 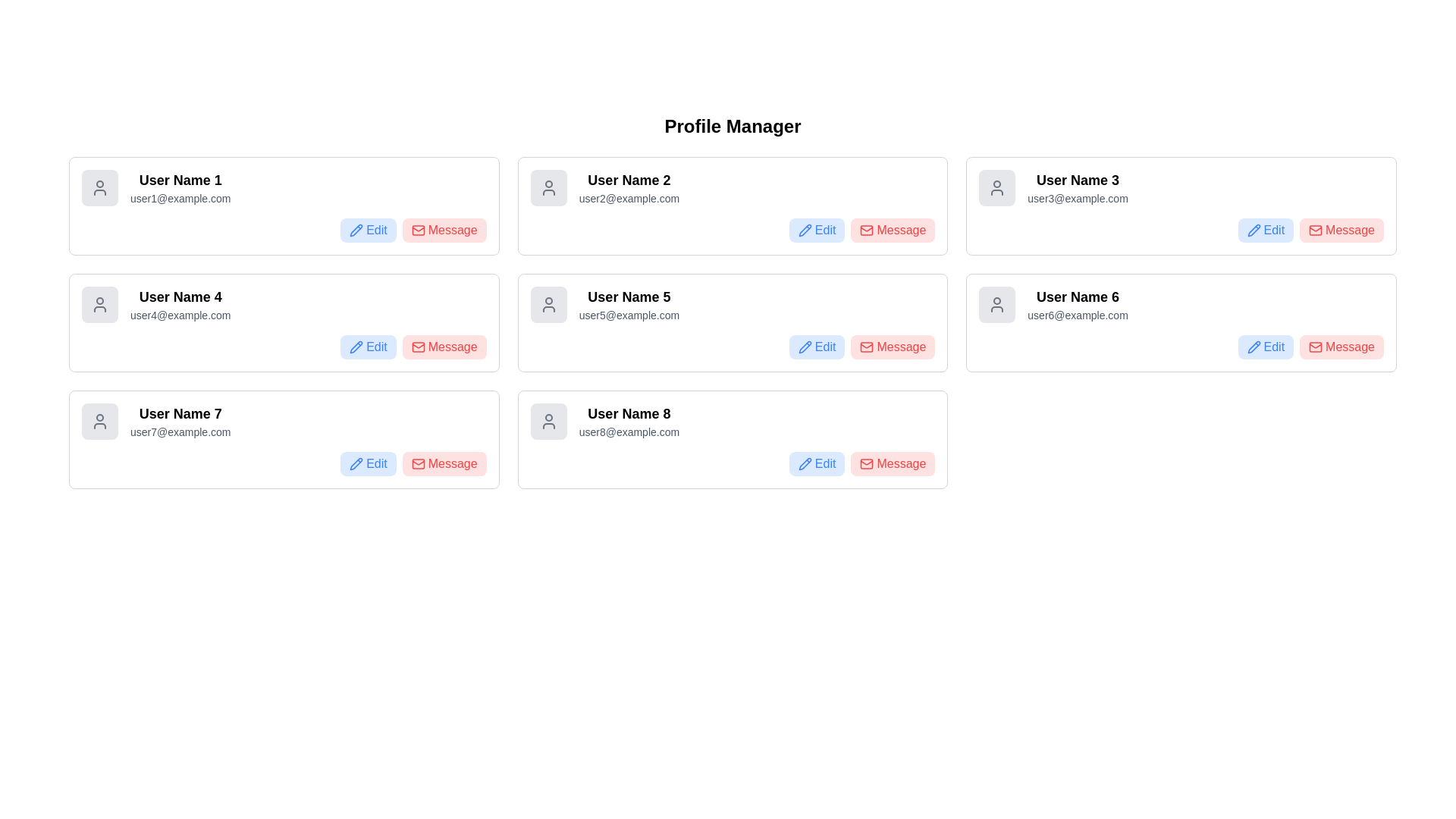 What do you see at coordinates (629, 315) in the screenshot?
I see `the static text element displaying an email address, styled in a small and gray font, located in the bottom part of a content box, below the user's name and above buttons` at bounding box center [629, 315].